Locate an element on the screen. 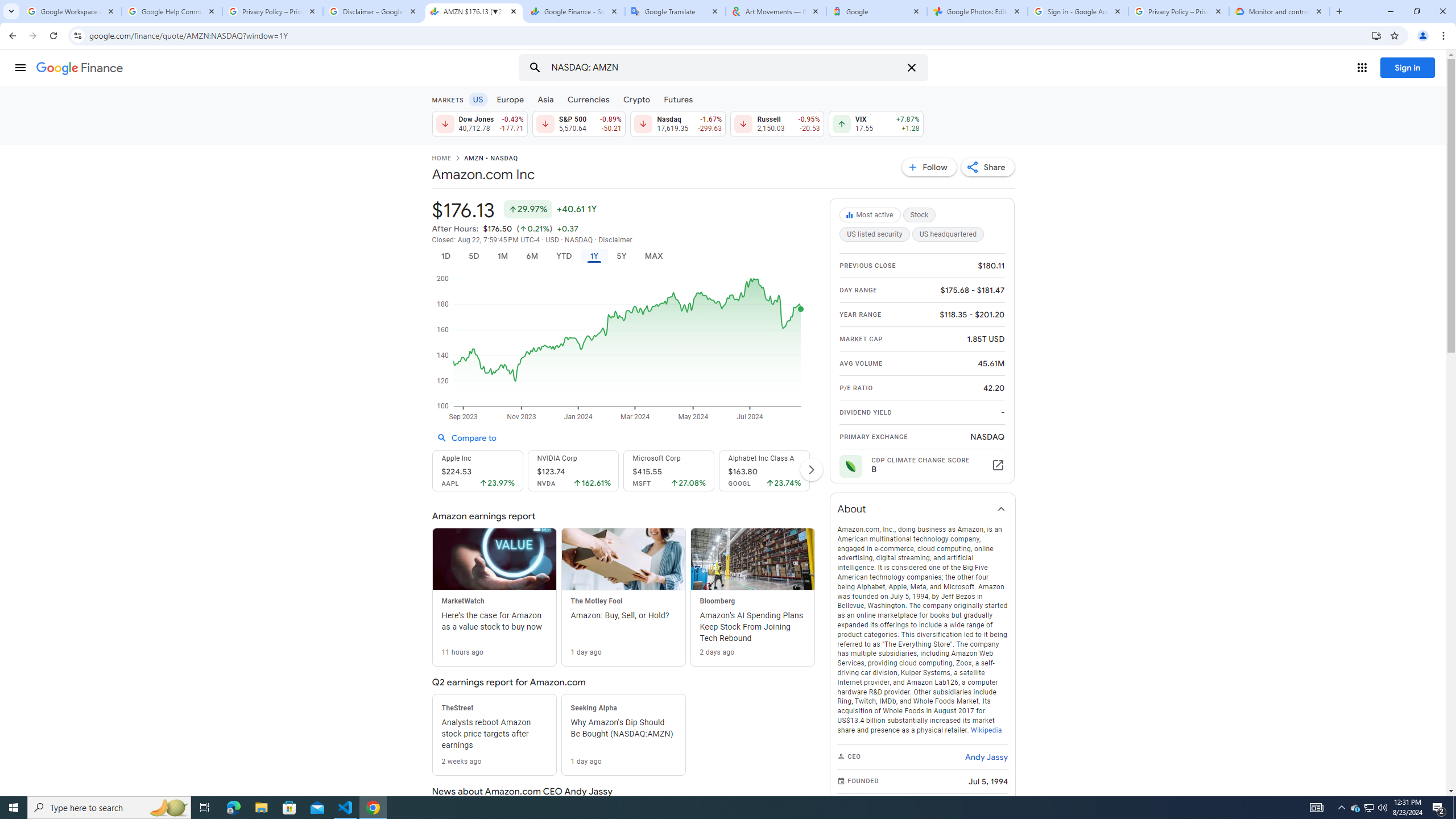 The image size is (1456, 819). 'Sign in - Google Accounts' is located at coordinates (1078, 11).